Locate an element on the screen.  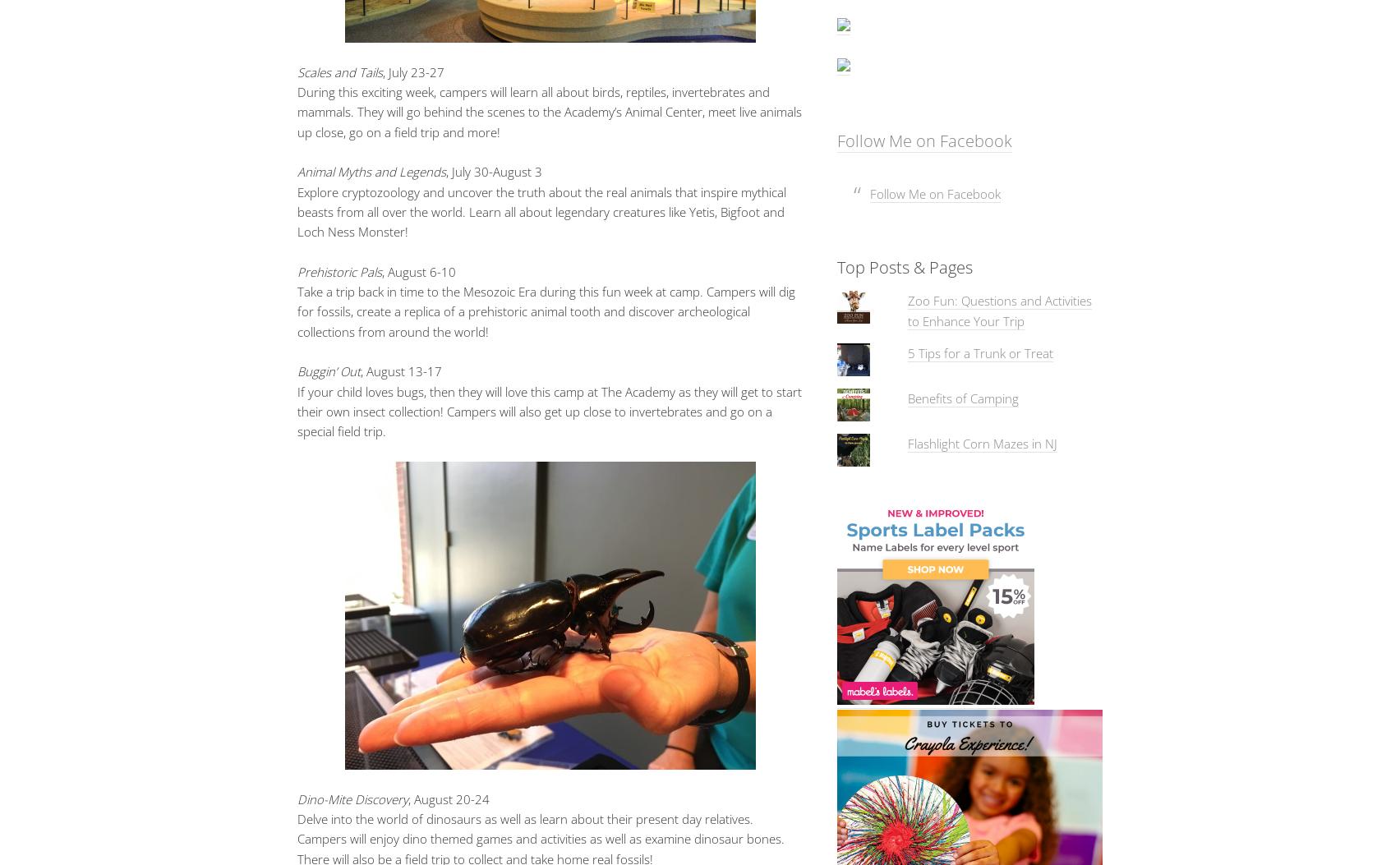
'5 Tips for a Trunk or Treat' is located at coordinates (979, 352).